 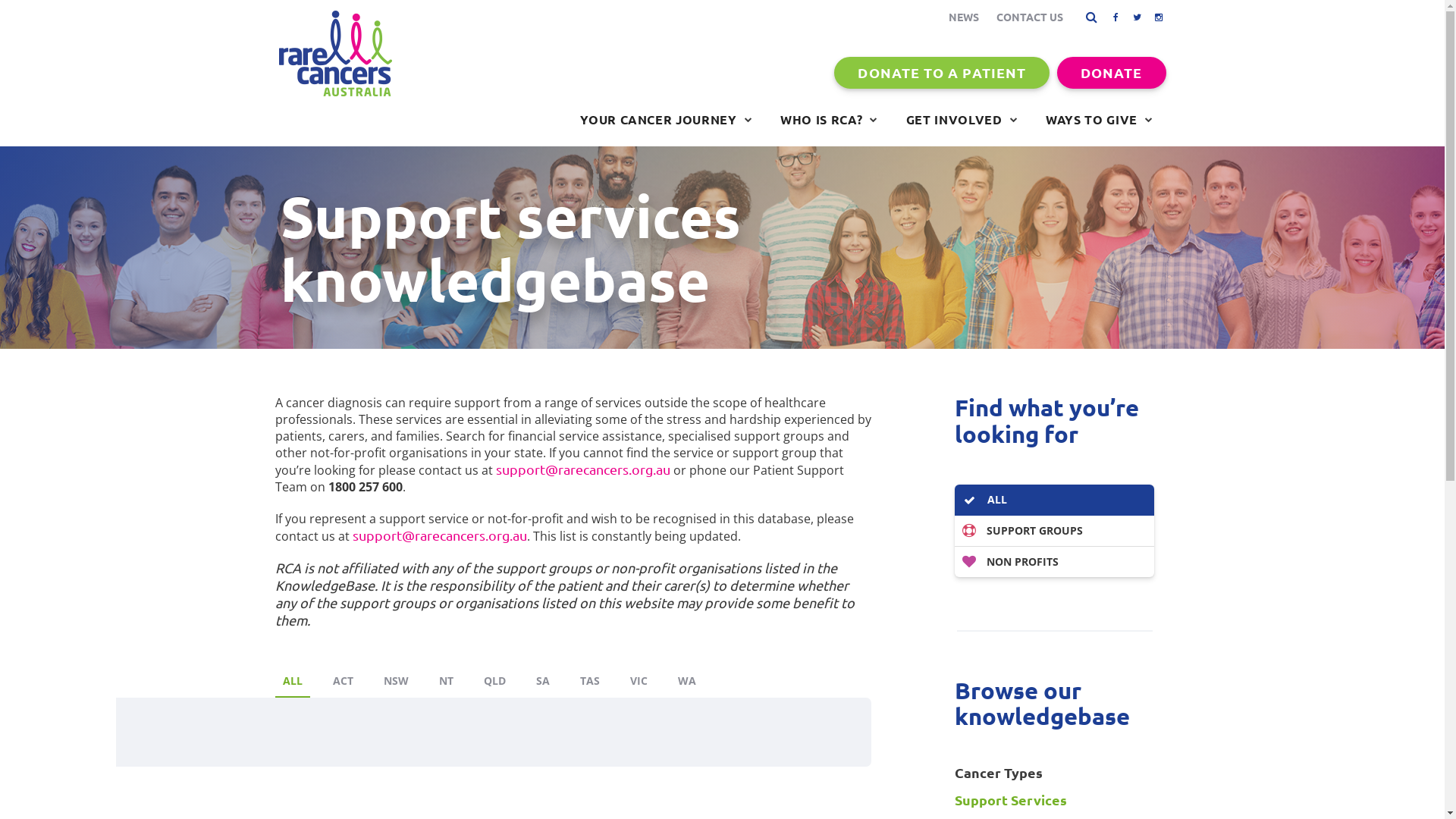 I want to click on 'QLD', so click(x=494, y=681).